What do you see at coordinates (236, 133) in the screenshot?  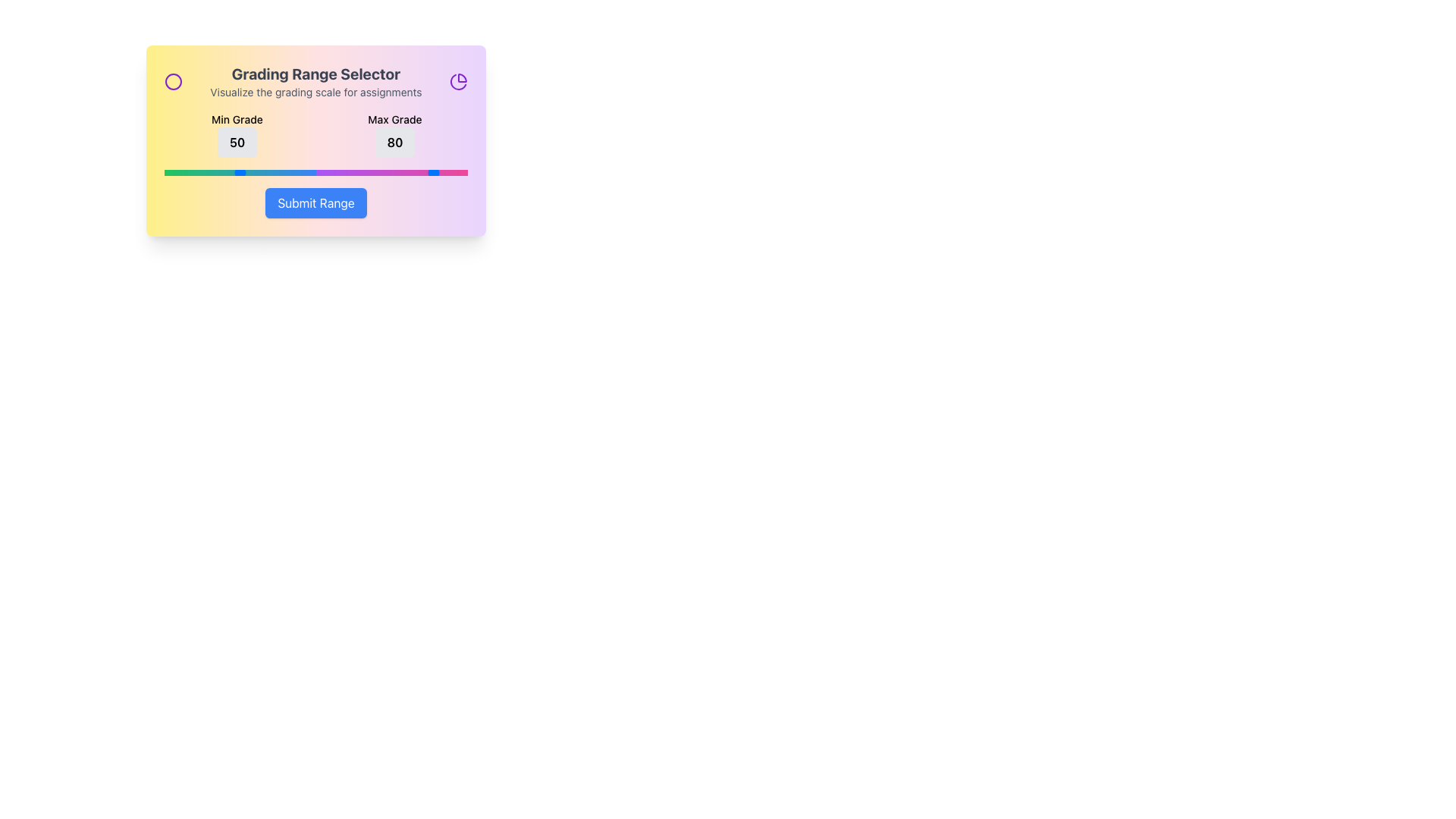 I see `the 'Min Grade' label that displays the bold number '50' on a light gray background with rounded corners, located under the 'Grading Range Selector' heading` at bounding box center [236, 133].